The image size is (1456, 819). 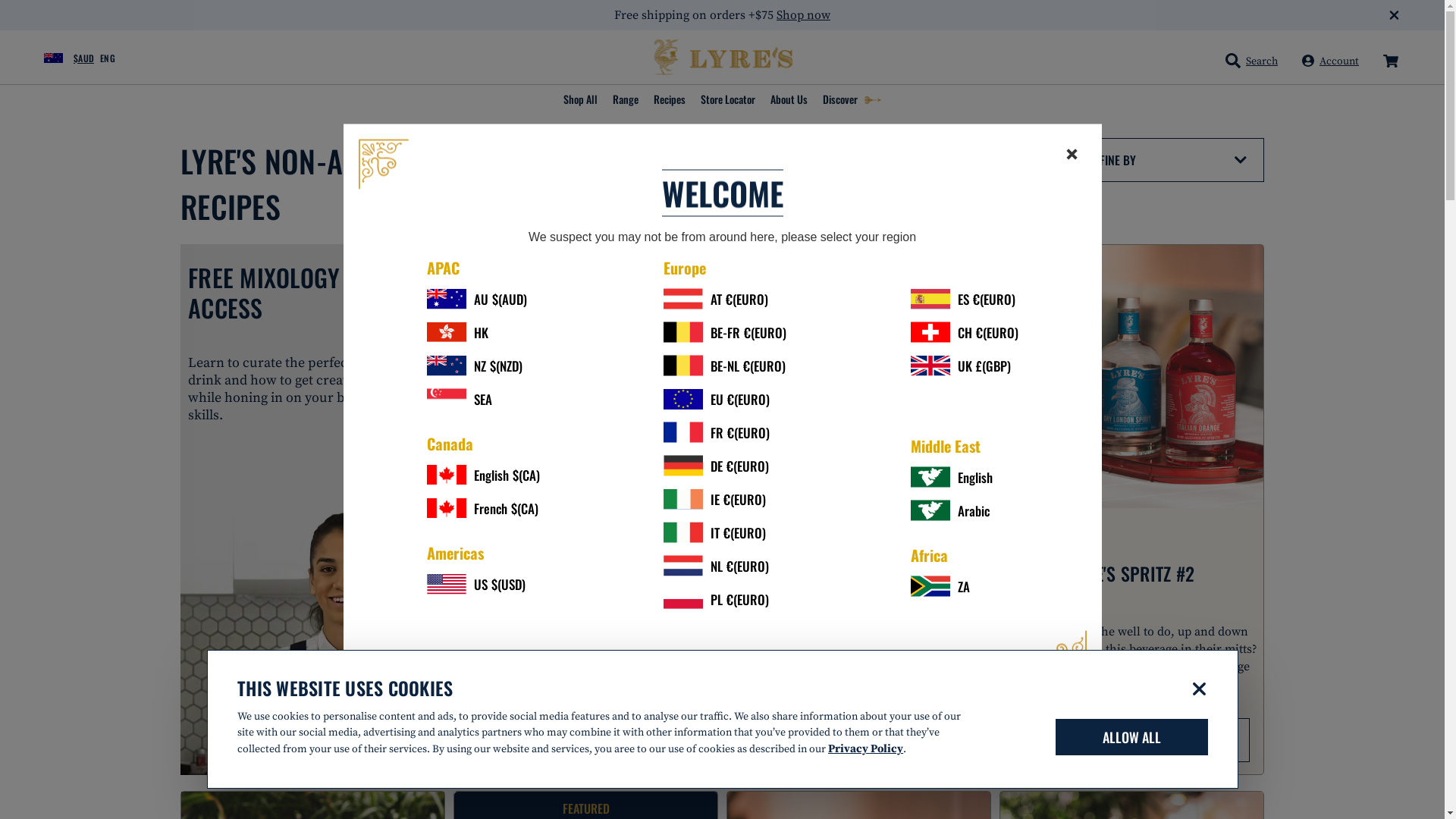 What do you see at coordinates (728, 99) in the screenshot?
I see `'Store Locator'` at bounding box center [728, 99].